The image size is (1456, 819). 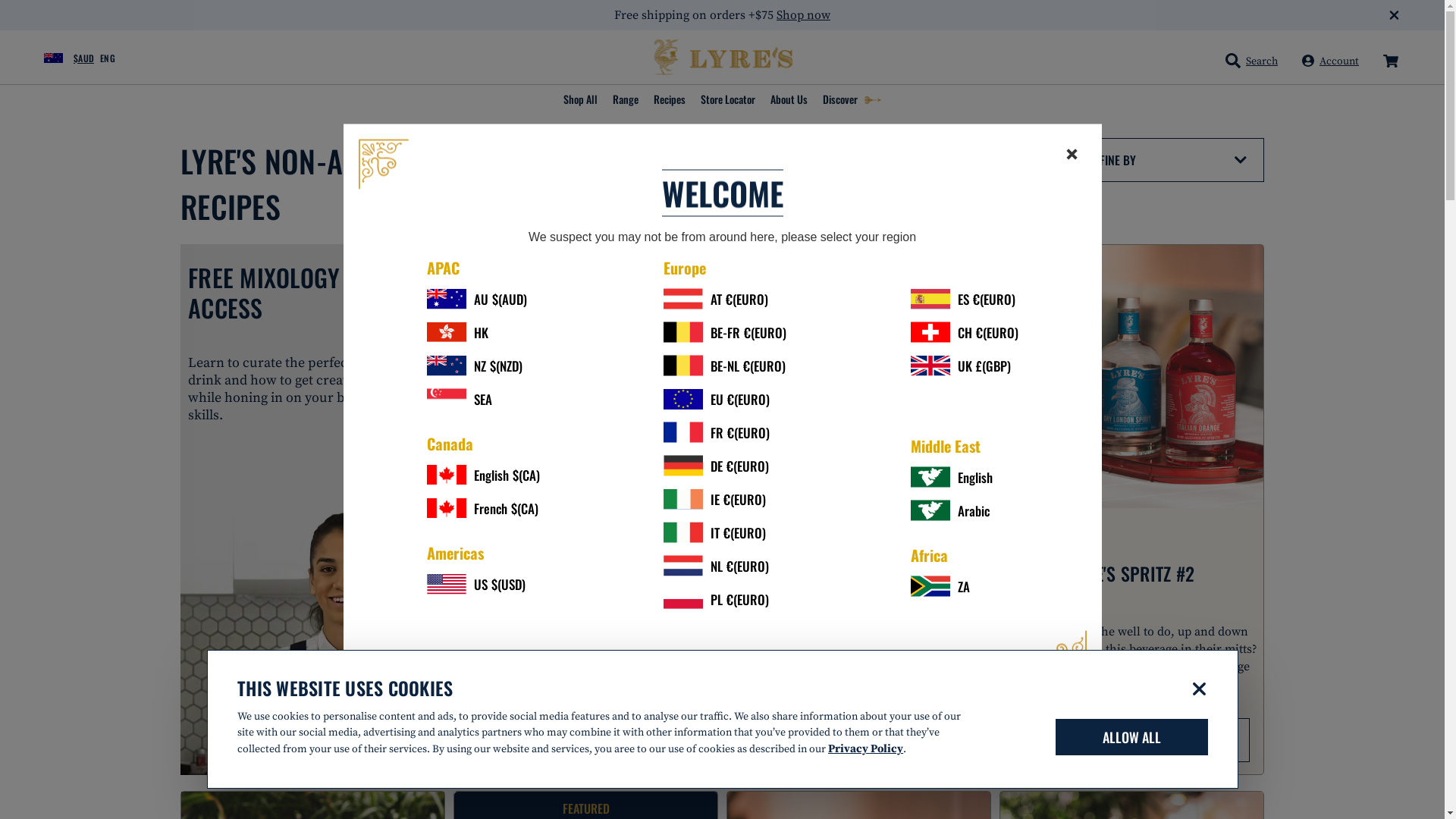 What do you see at coordinates (728, 99) in the screenshot?
I see `'Store Locator'` at bounding box center [728, 99].